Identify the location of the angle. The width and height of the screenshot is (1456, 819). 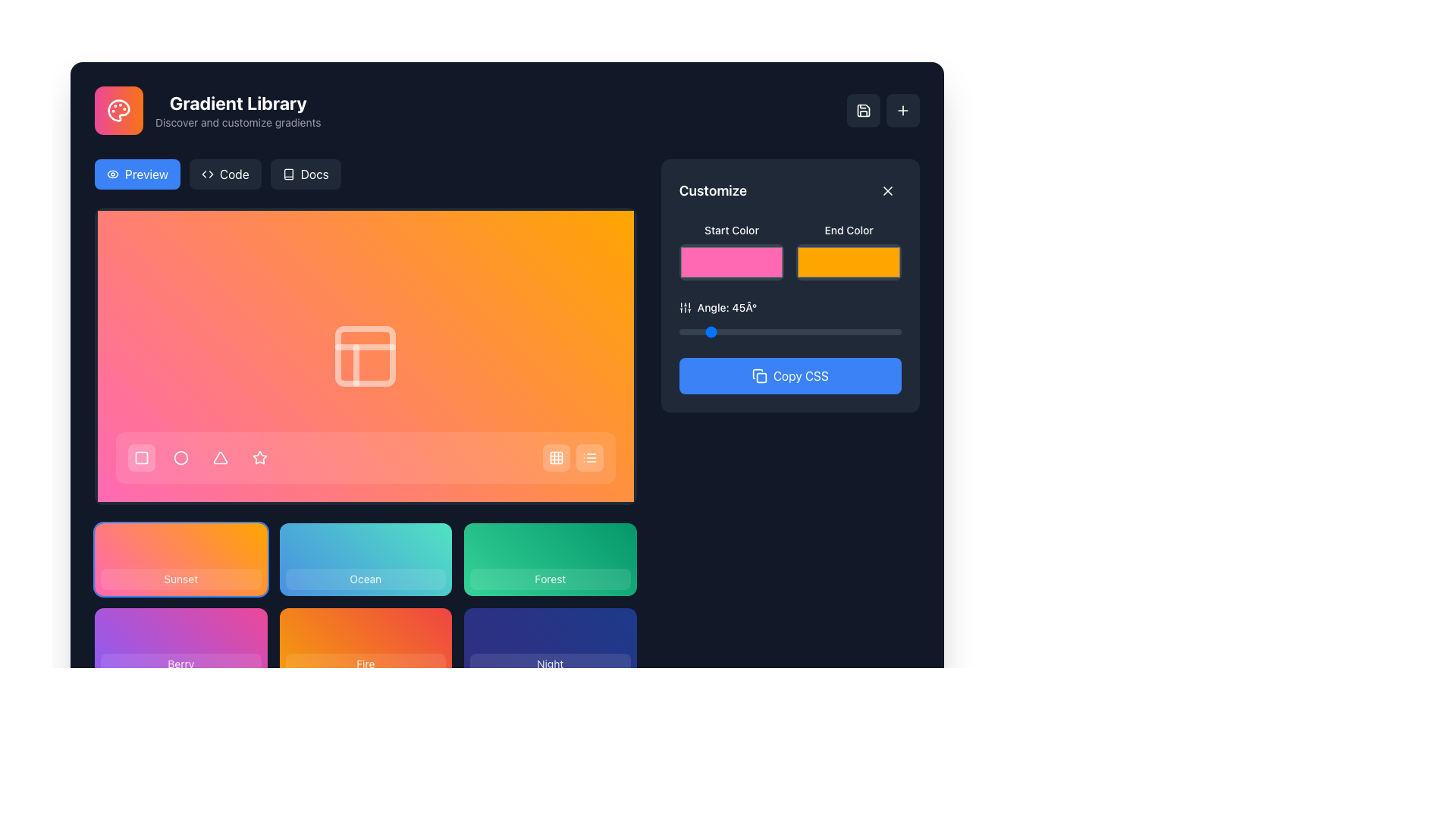
(781, 331).